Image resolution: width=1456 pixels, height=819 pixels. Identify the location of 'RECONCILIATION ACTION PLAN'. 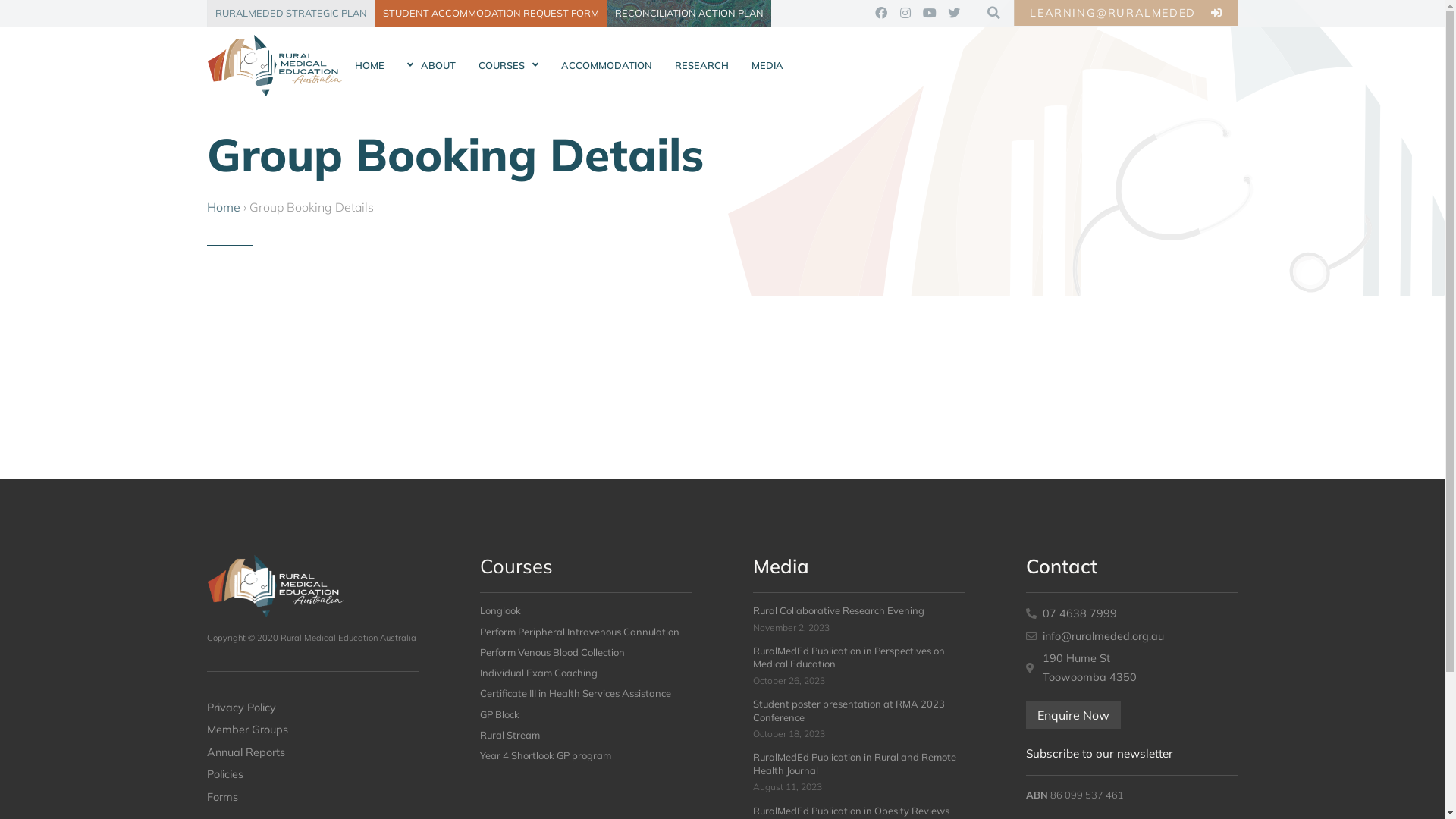
(688, 13).